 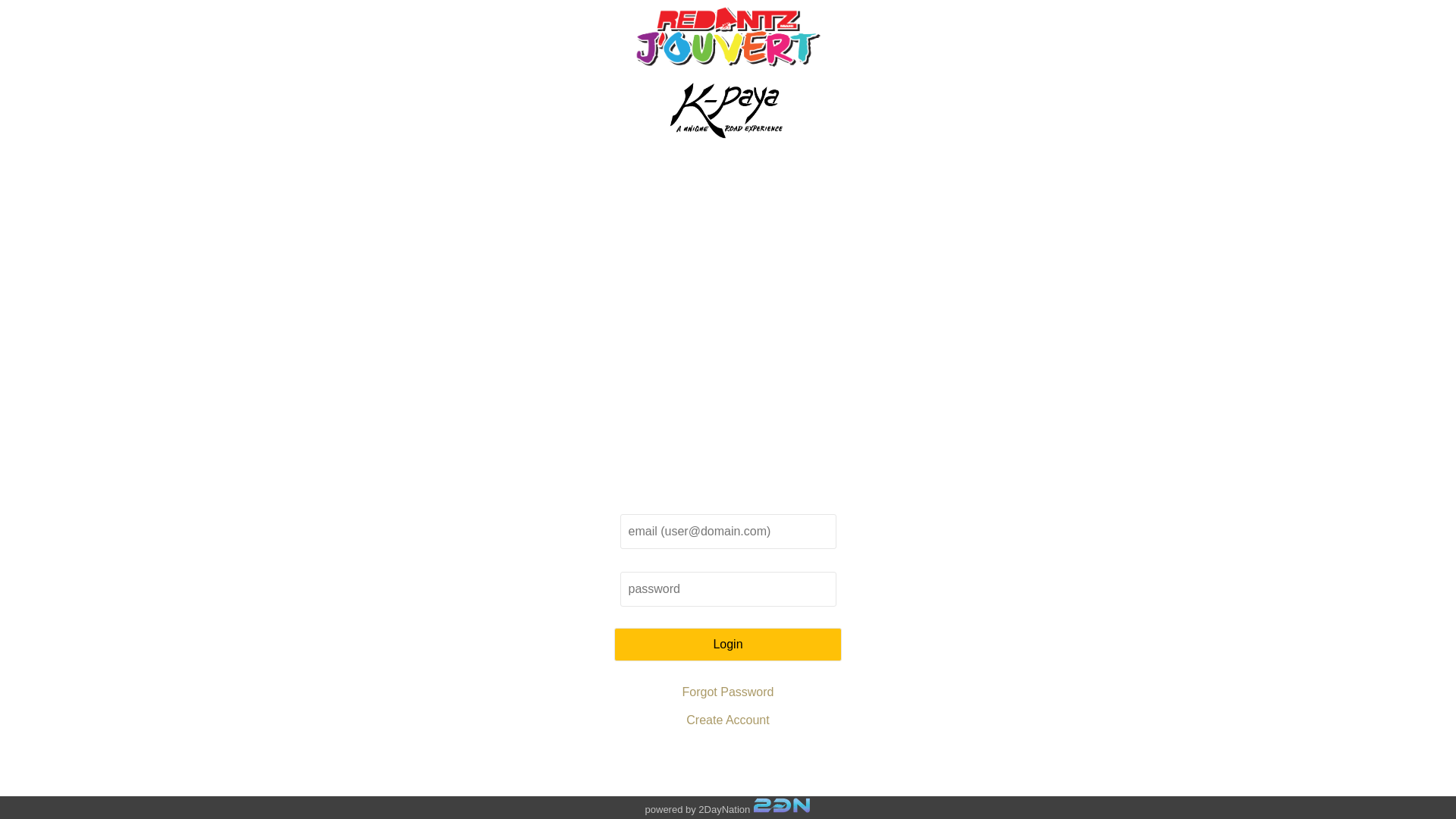 I want to click on 'Create Account', so click(x=726, y=719).